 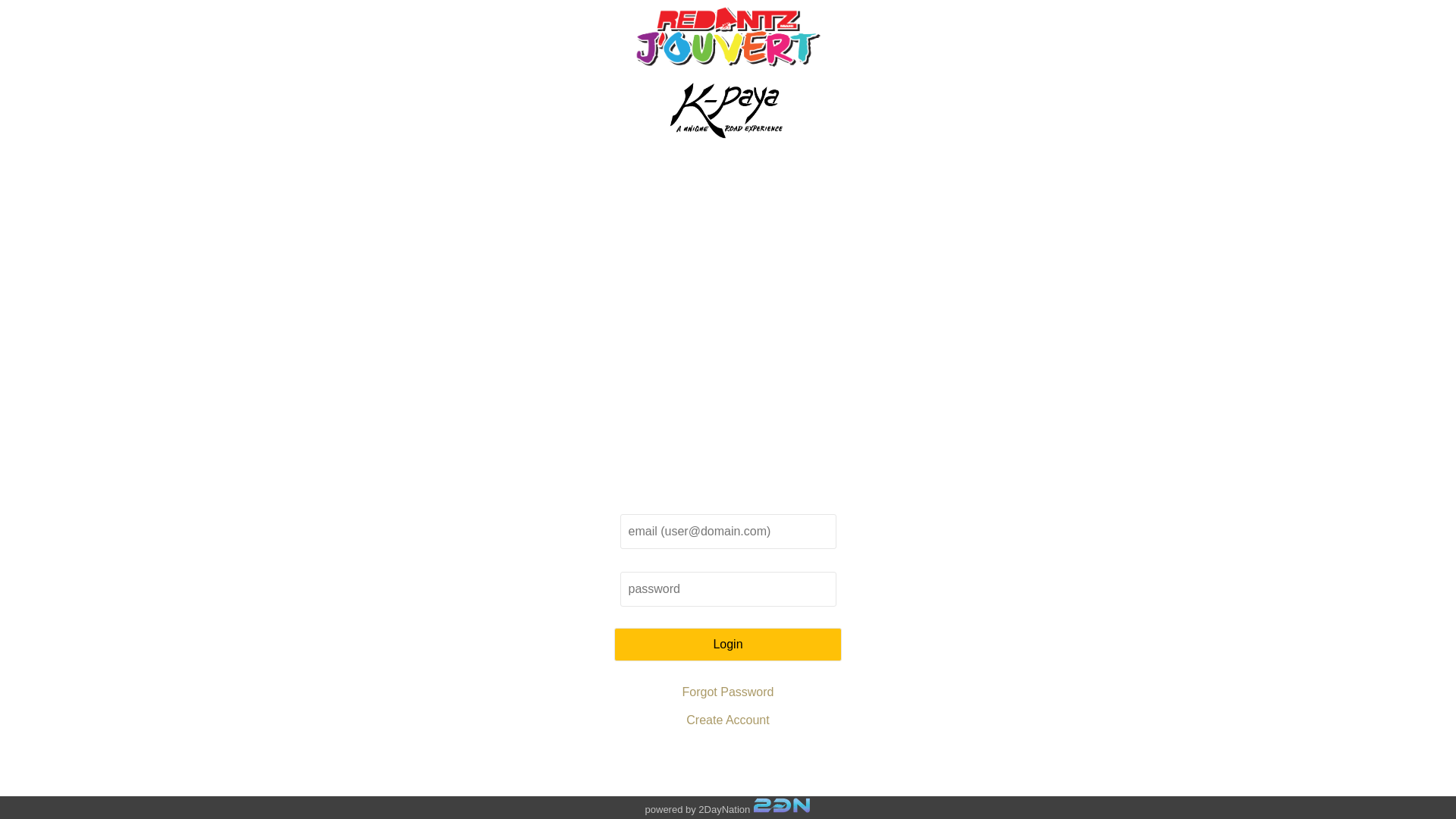 I want to click on 'Create Account', so click(x=726, y=719).